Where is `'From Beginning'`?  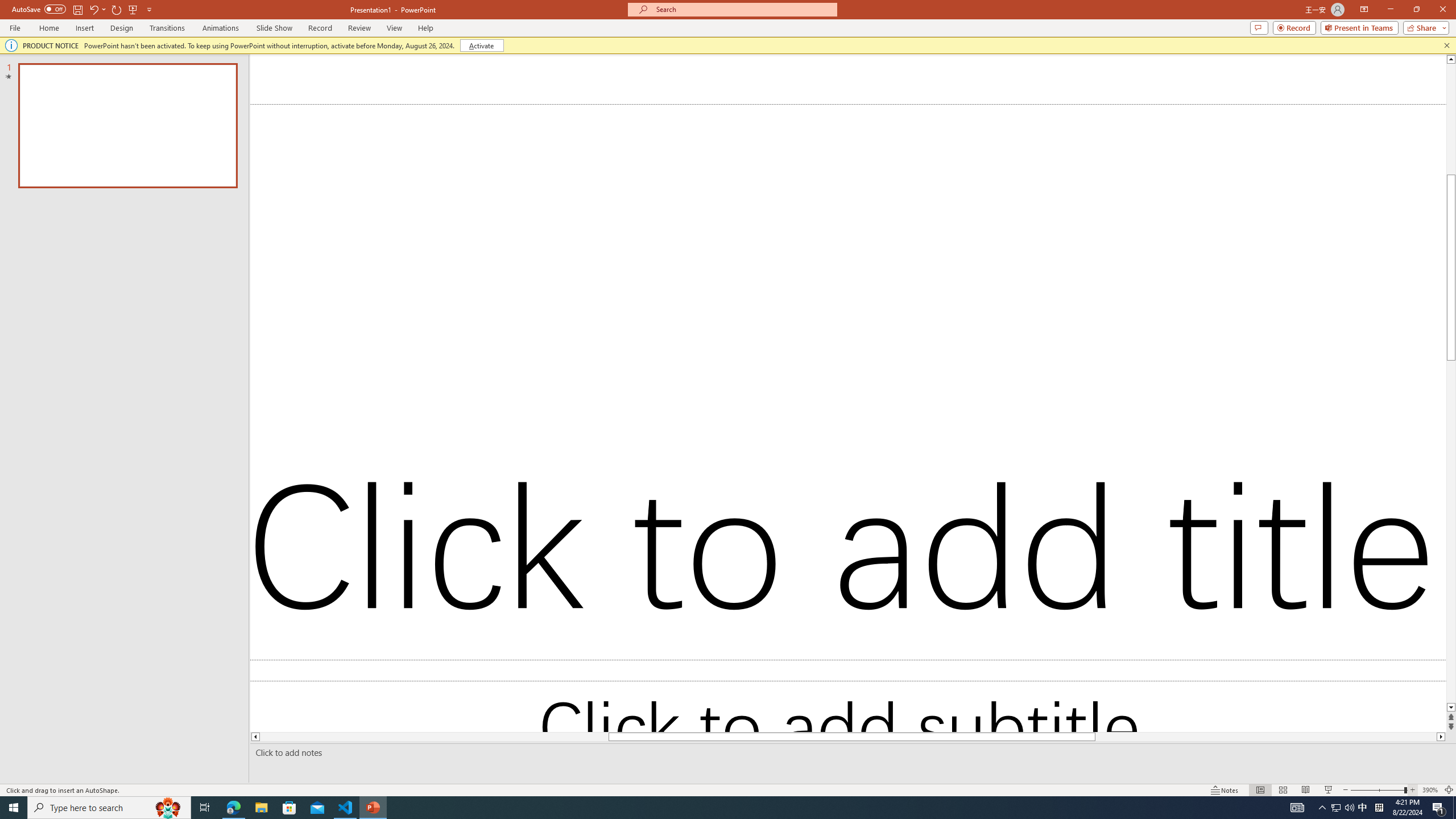
'From Beginning' is located at coordinates (133, 9).